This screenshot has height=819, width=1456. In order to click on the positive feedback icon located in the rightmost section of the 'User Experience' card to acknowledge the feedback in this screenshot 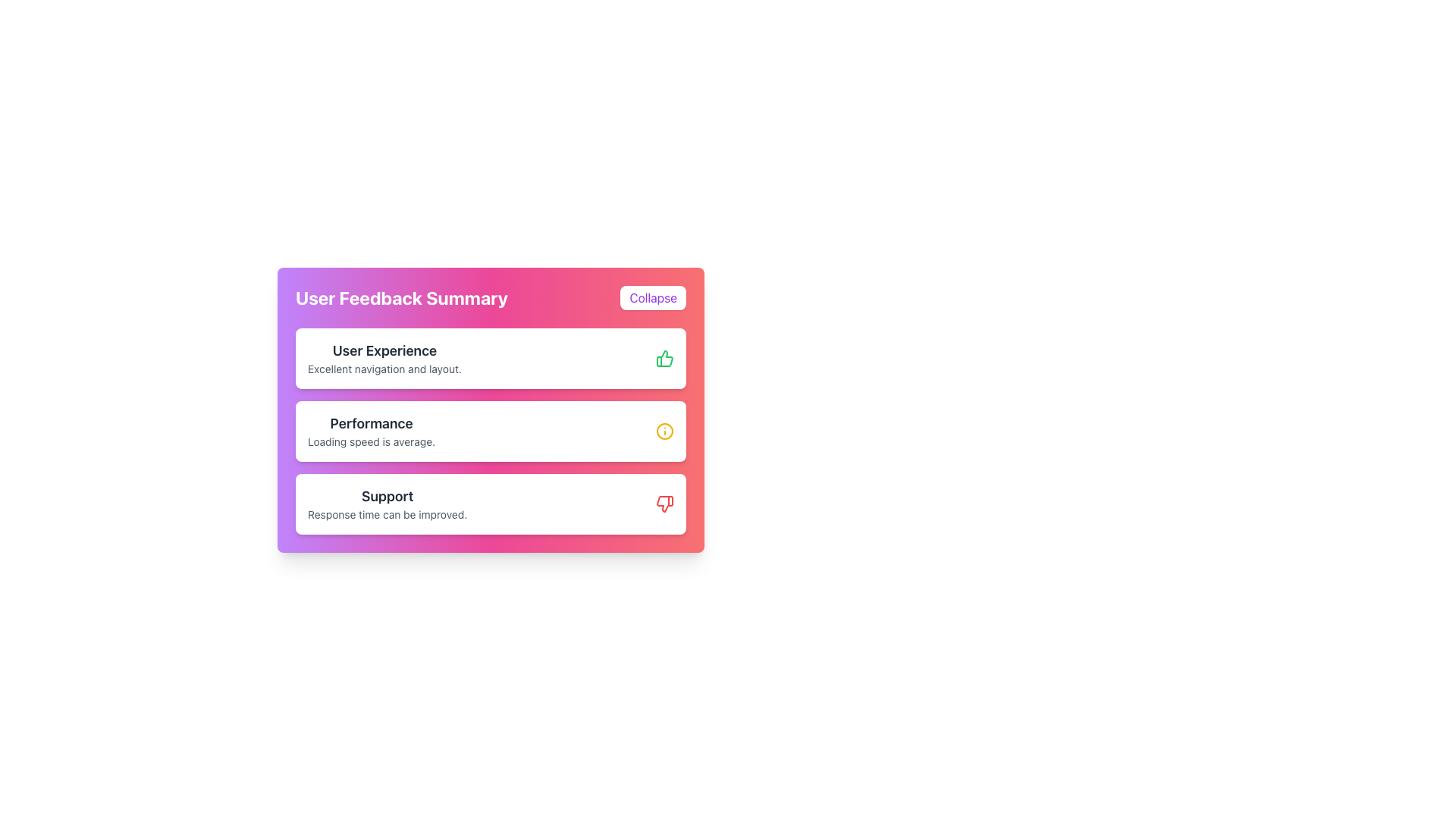, I will do `click(665, 359)`.